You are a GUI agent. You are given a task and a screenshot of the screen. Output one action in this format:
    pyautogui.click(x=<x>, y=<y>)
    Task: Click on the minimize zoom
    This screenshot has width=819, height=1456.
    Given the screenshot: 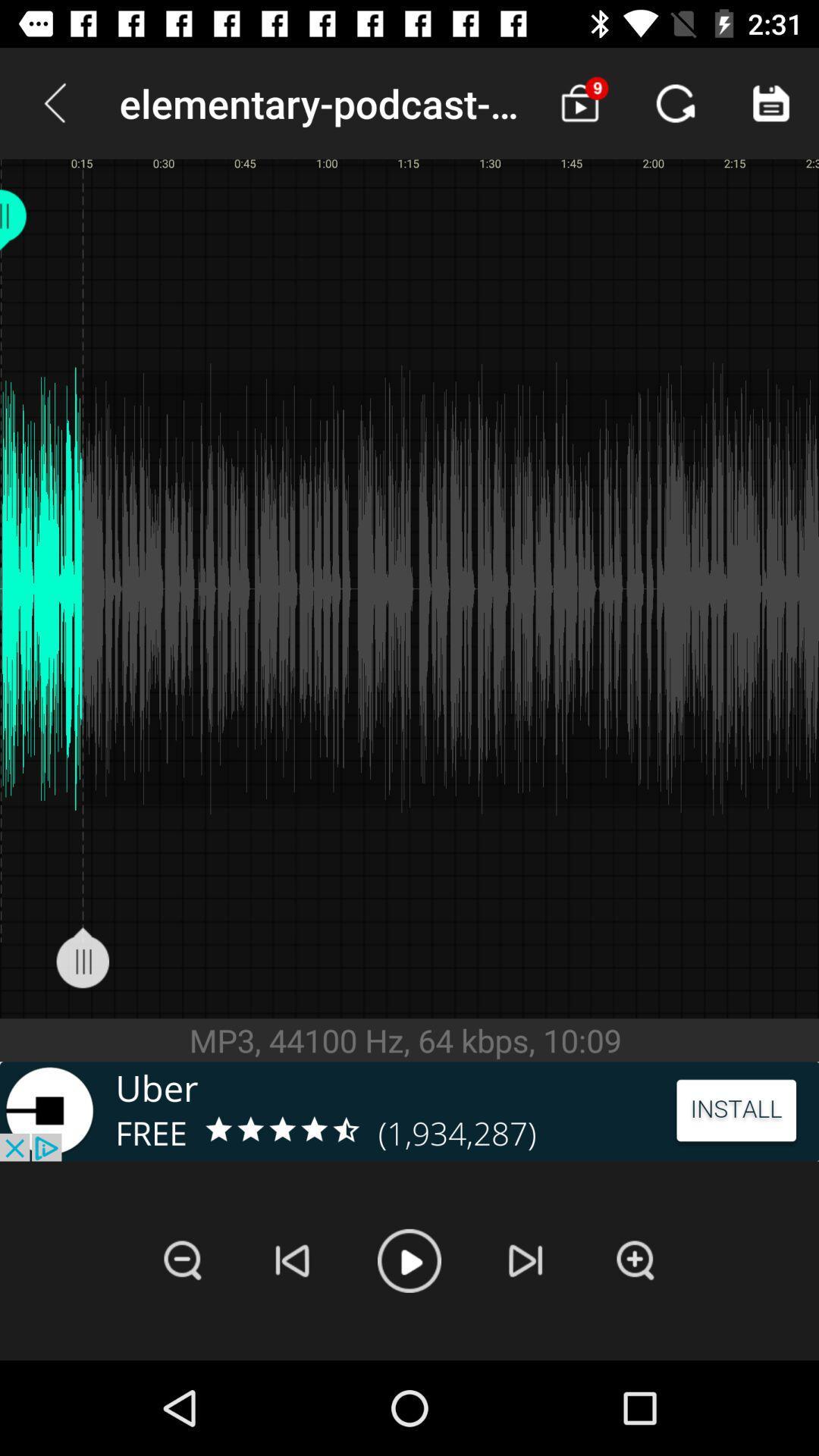 What is the action you would take?
    pyautogui.click(x=182, y=1260)
    